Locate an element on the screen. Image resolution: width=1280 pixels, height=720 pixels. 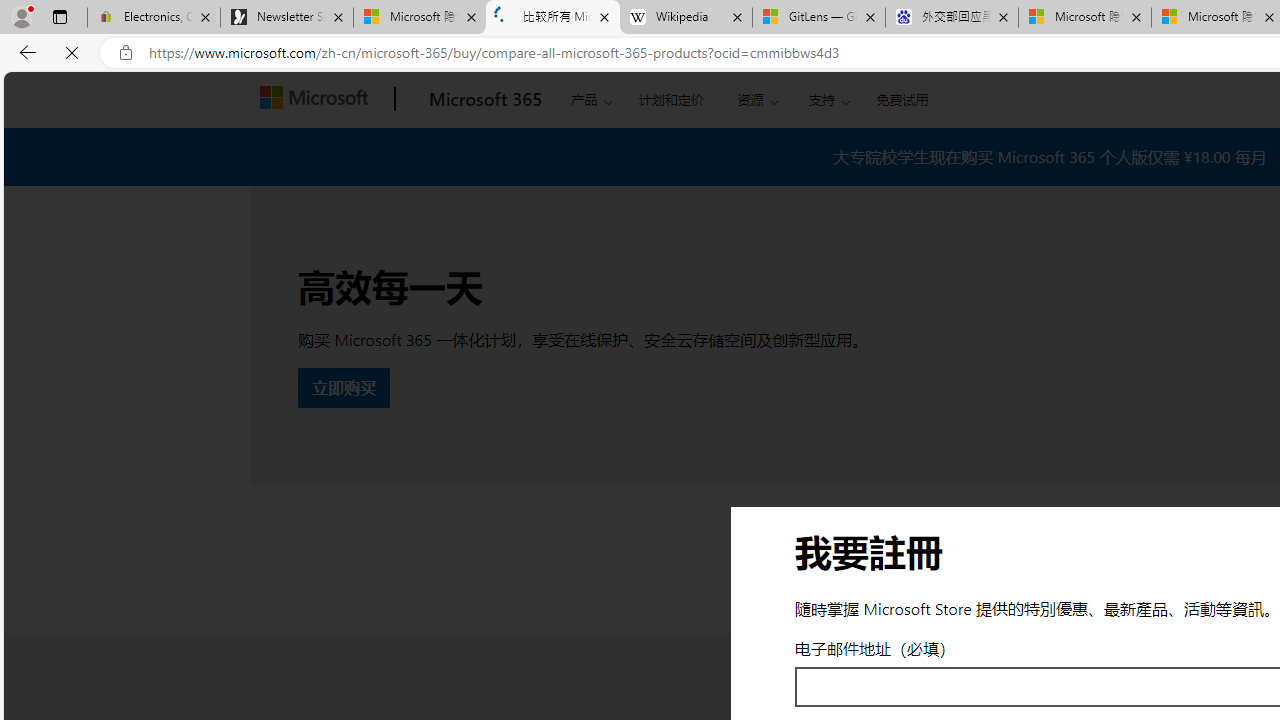
'Electronics, Cars, Fashion, Collectibles & More | eBay' is located at coordinates (153, 17).